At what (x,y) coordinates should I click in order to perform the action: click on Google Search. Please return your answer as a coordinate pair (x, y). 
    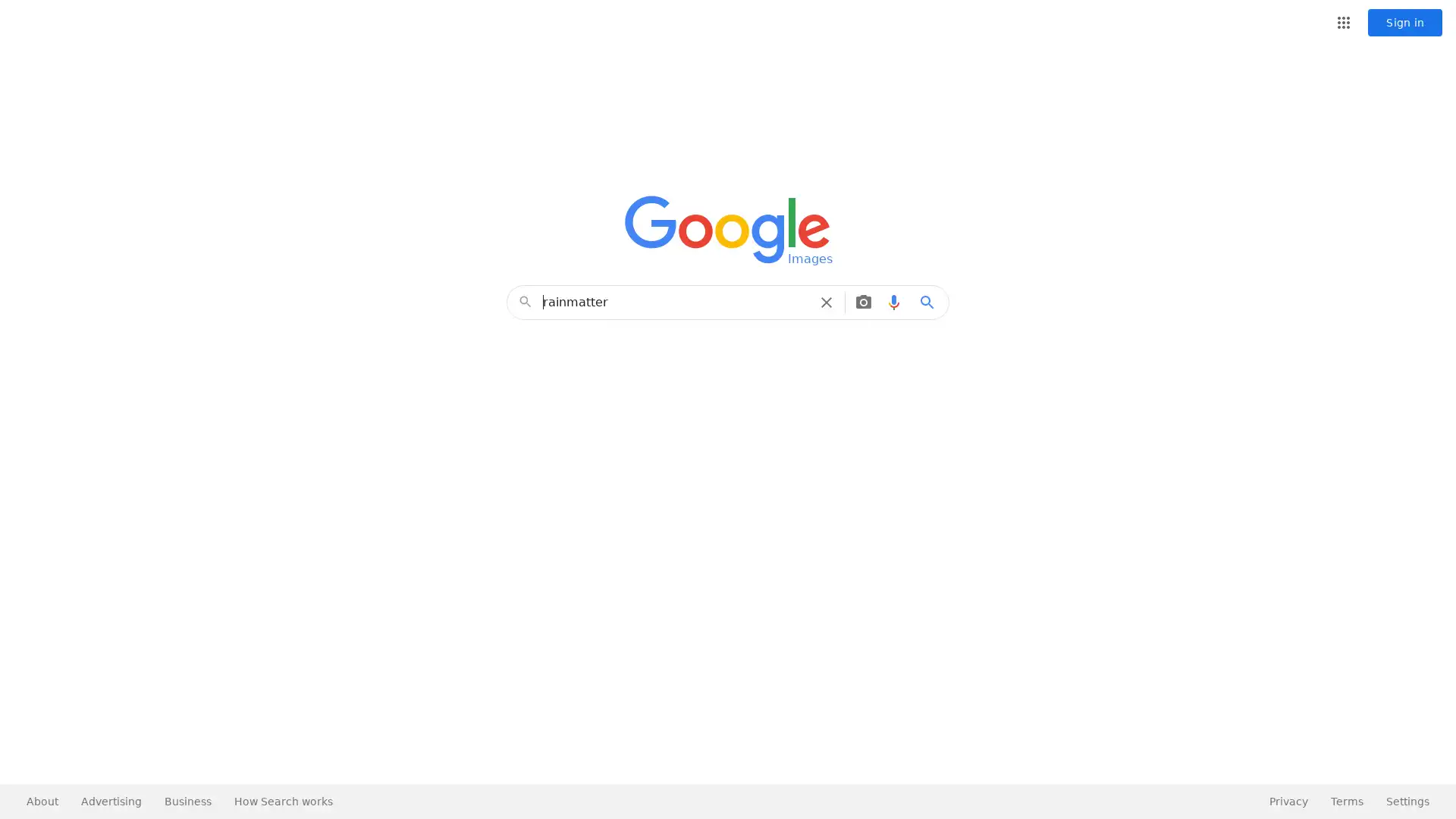
    Looking at the image, I should click on (930, 302).